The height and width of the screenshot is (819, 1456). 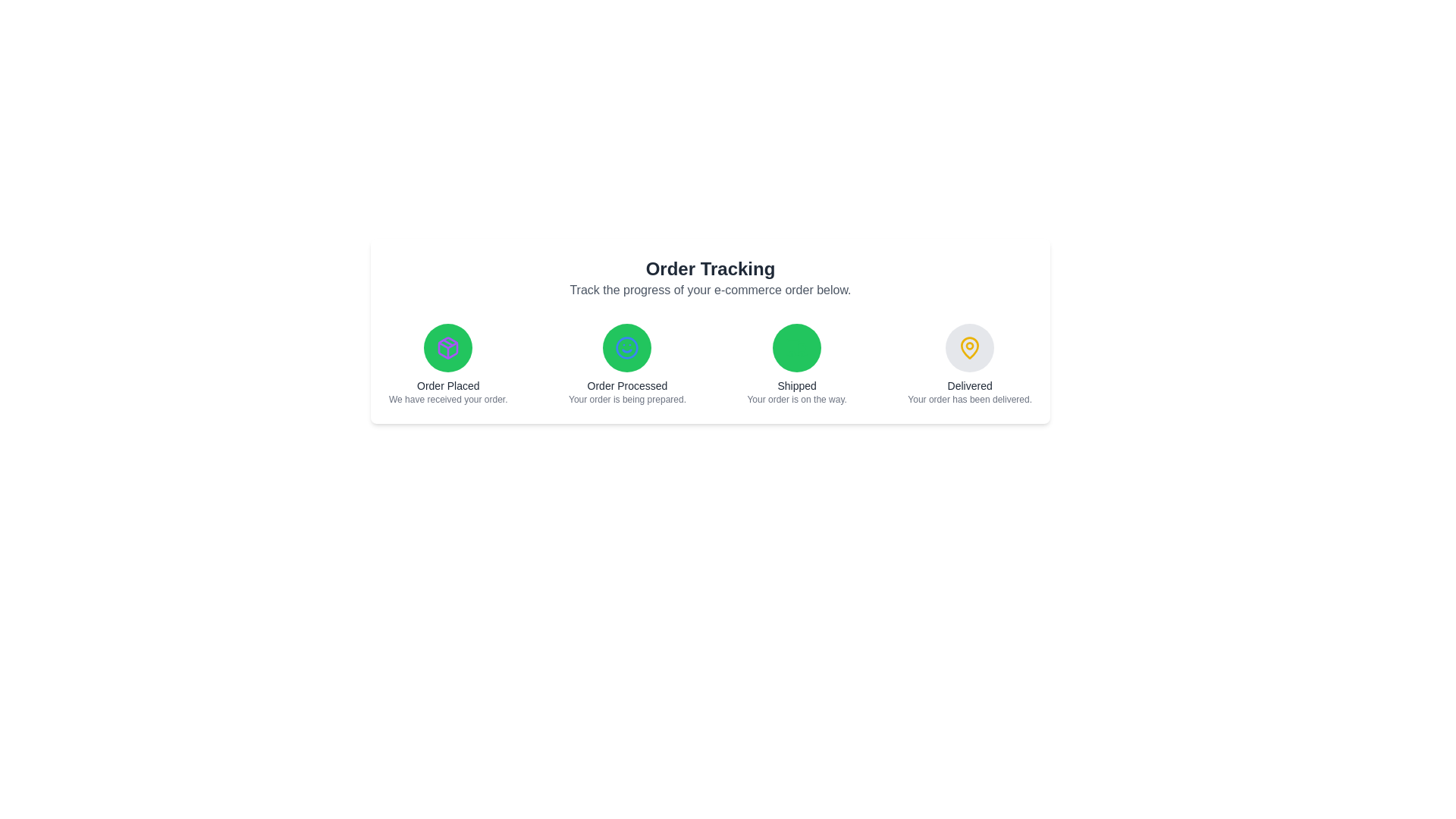 I want to click on text block providing additional information about the 'Order Processed' status, located below the 'Order Processed' label and icon, so click(x=627, y=399).